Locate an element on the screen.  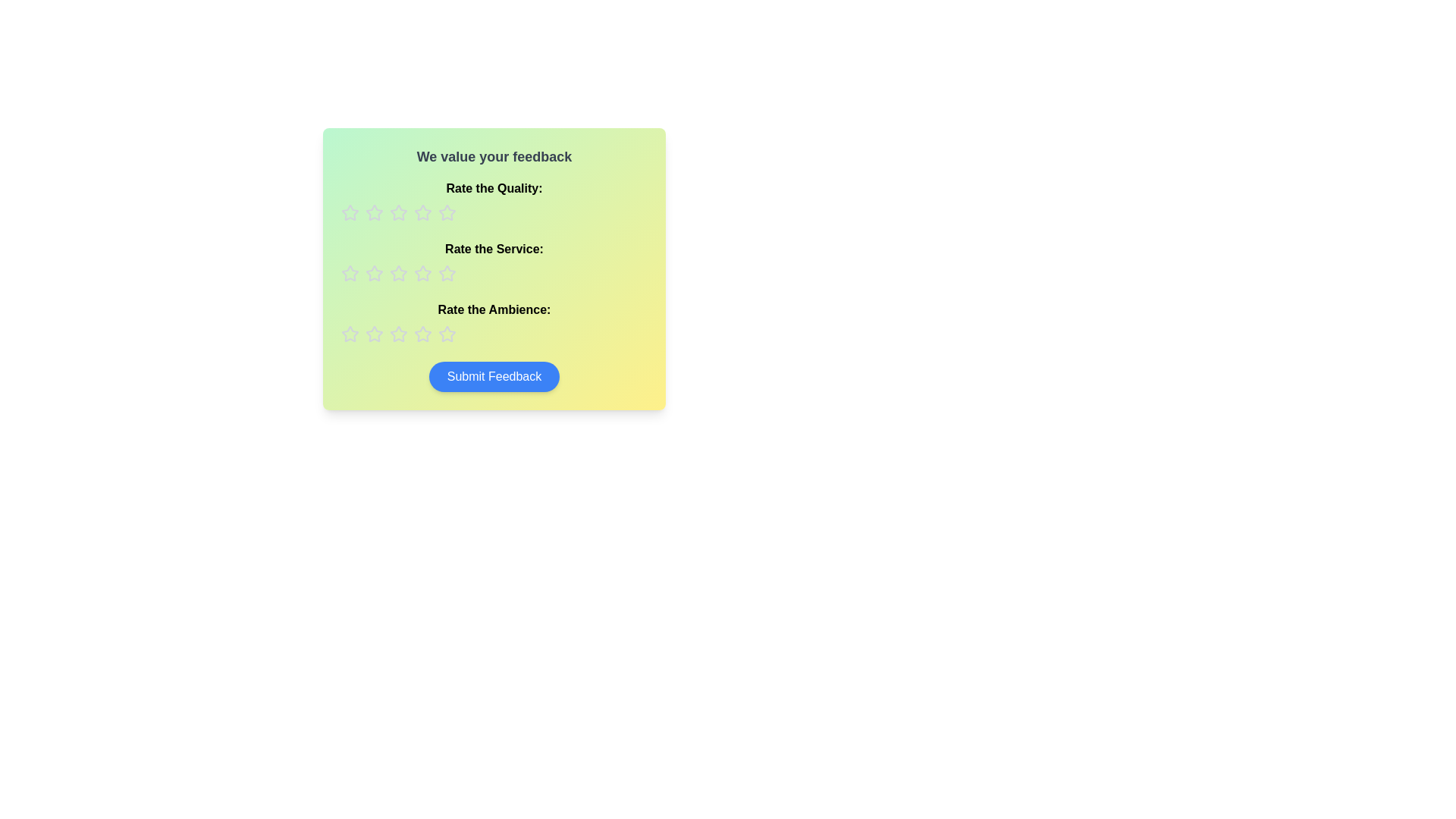
the second star is located at coordinates (399, 212).